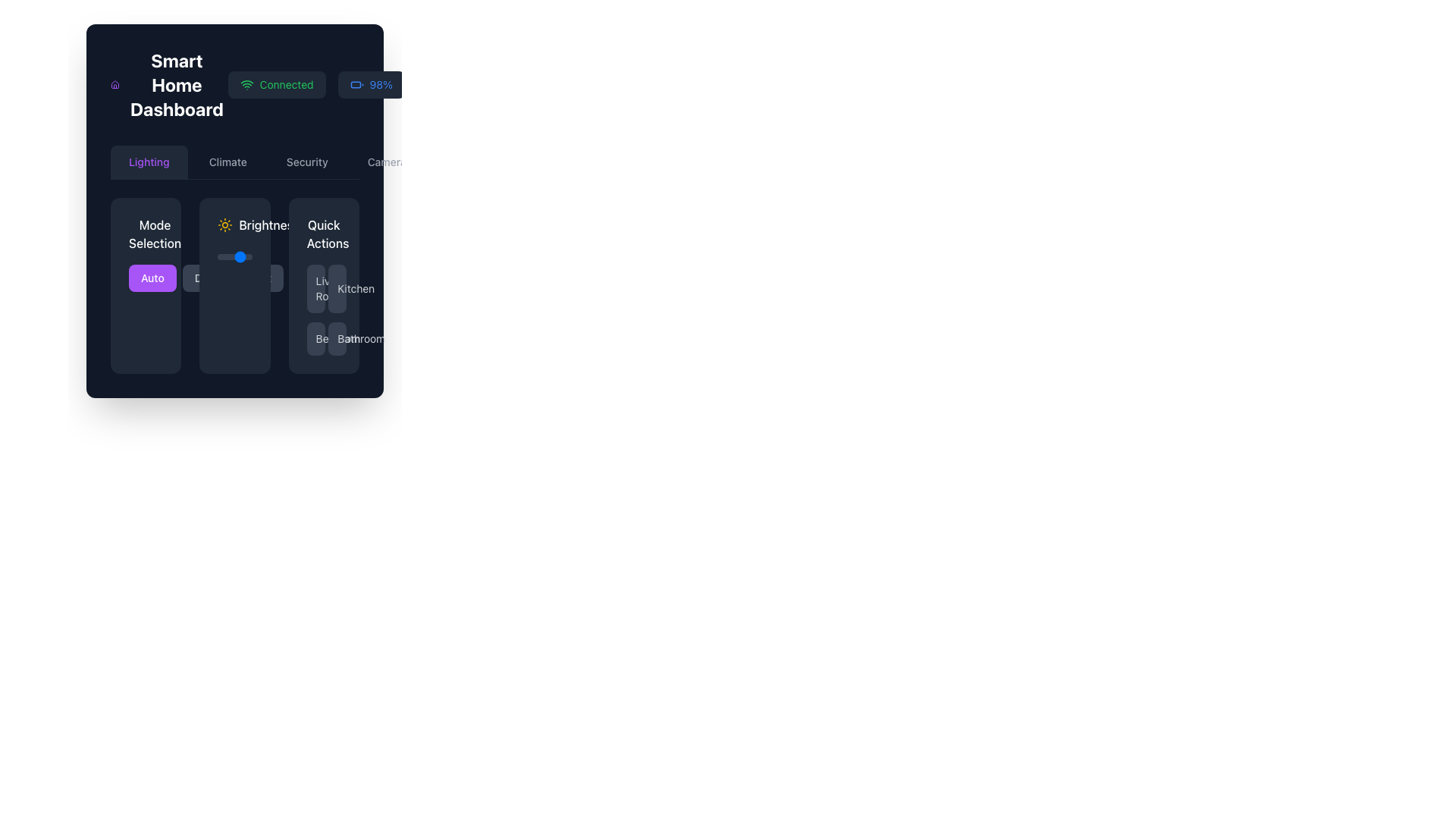 The image size is (1456, 819). Describe the element at coordinates (276, 84) in the screenshot. I see `the 'Connected' status indicator button located on the top-right portion of the 'Smart Home Dashboard' interface` at that location.